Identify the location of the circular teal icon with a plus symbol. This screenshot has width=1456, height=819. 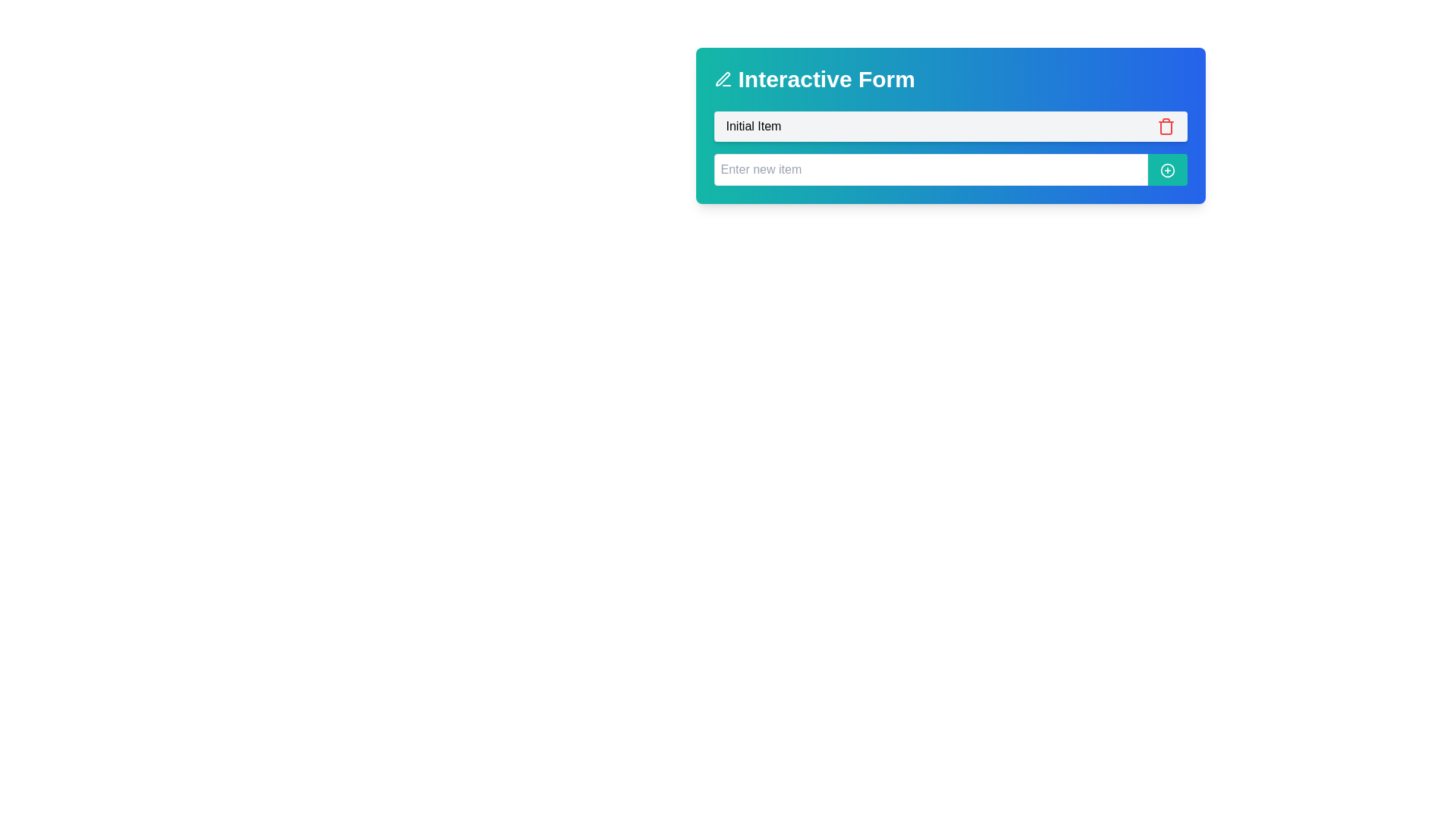
(1166, 170).